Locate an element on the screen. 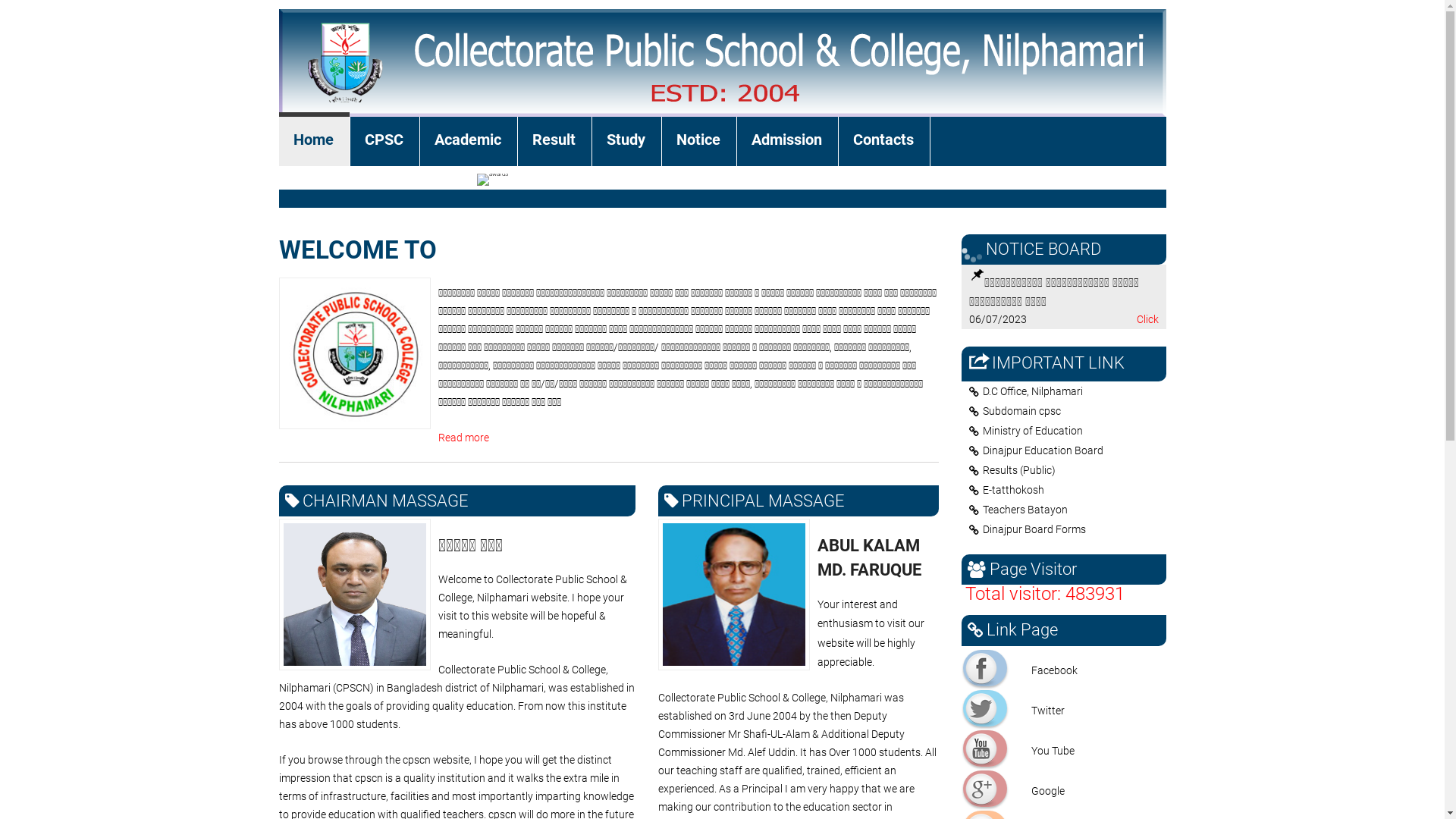 The width and height of the screenshot is (1456, 819). 'Teachers Batayon' is located at coordinates (1066, 509).